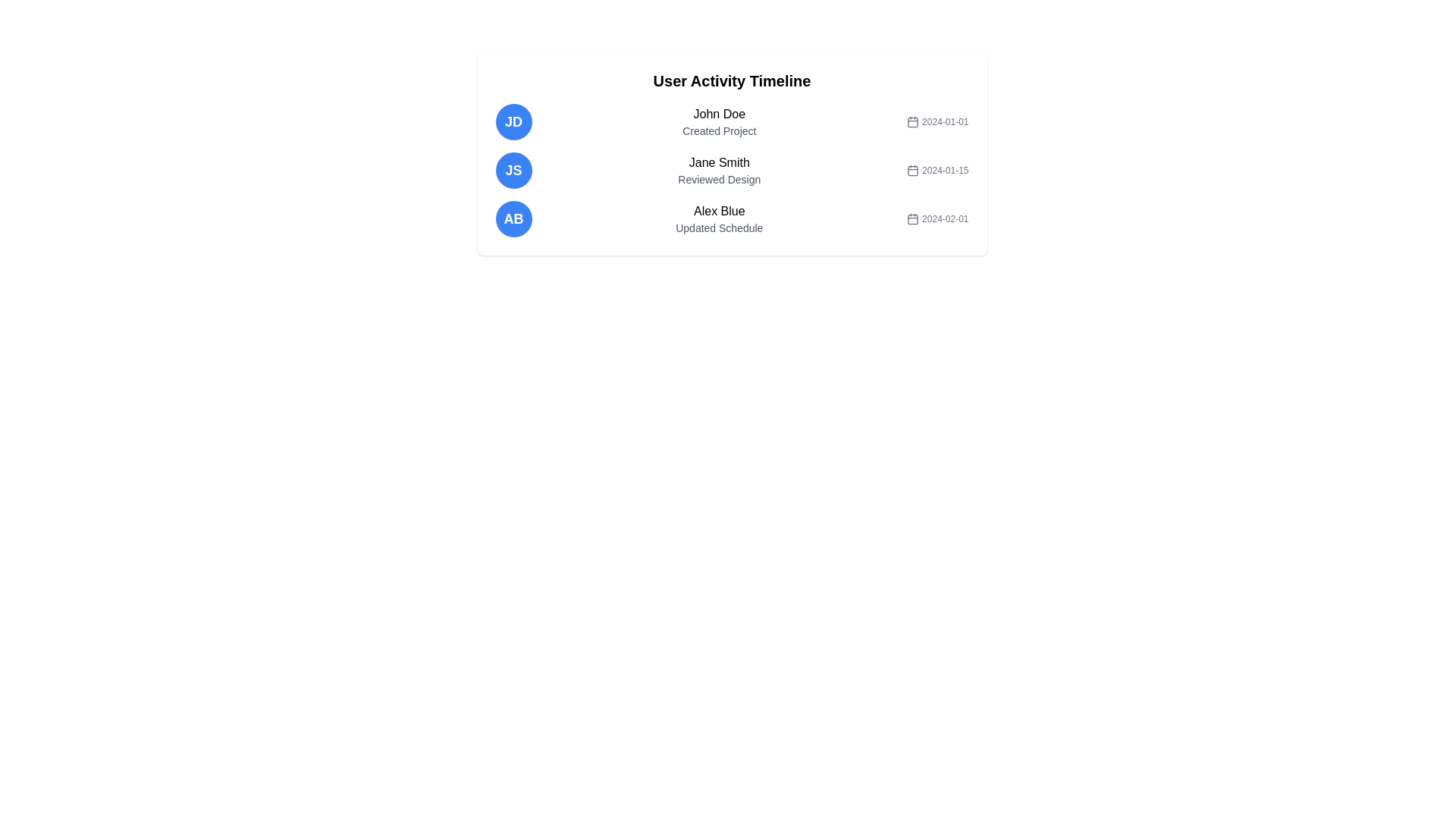 This screenshot has height=819, width=1456. What do you see at coordinates (912, 220) in the screenshot?
I see `the calendar icon located next to the date text '2024-02-01' in the third row of the timeline interface to see details associated with this date` at bounding box center [912, 220].